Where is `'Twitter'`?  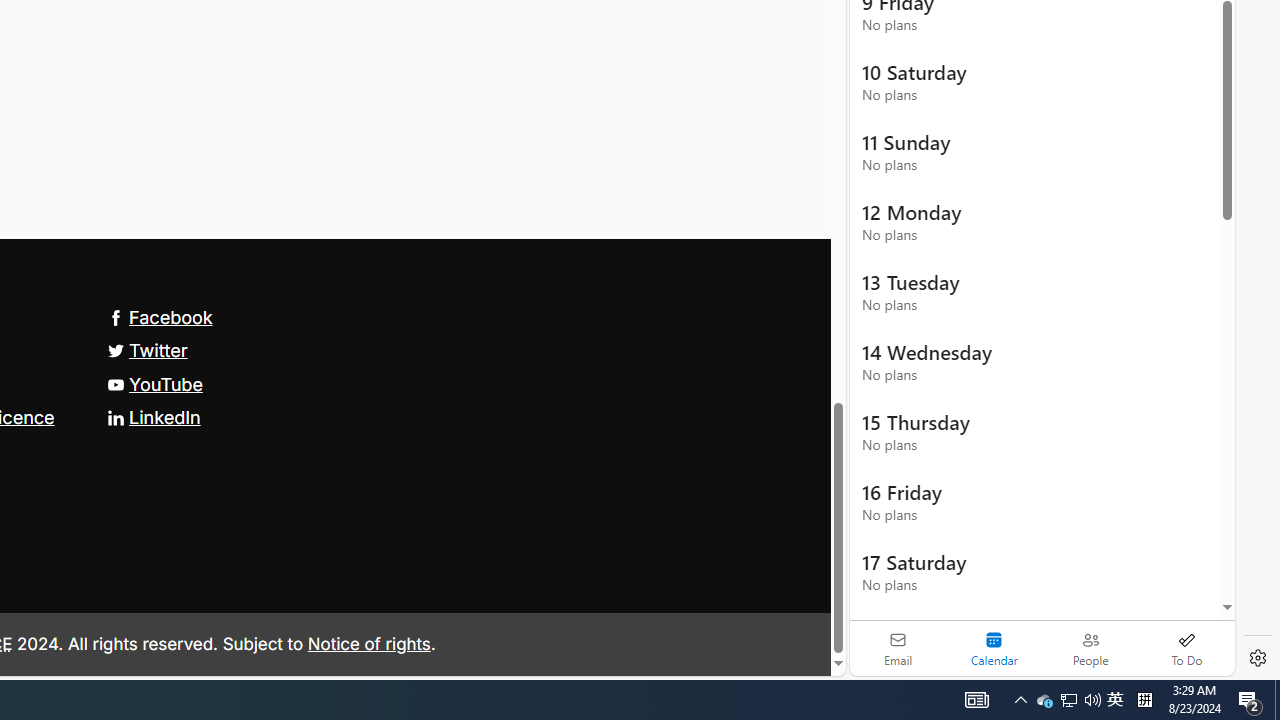
'Twitter' is located at coordinates (146, 350).